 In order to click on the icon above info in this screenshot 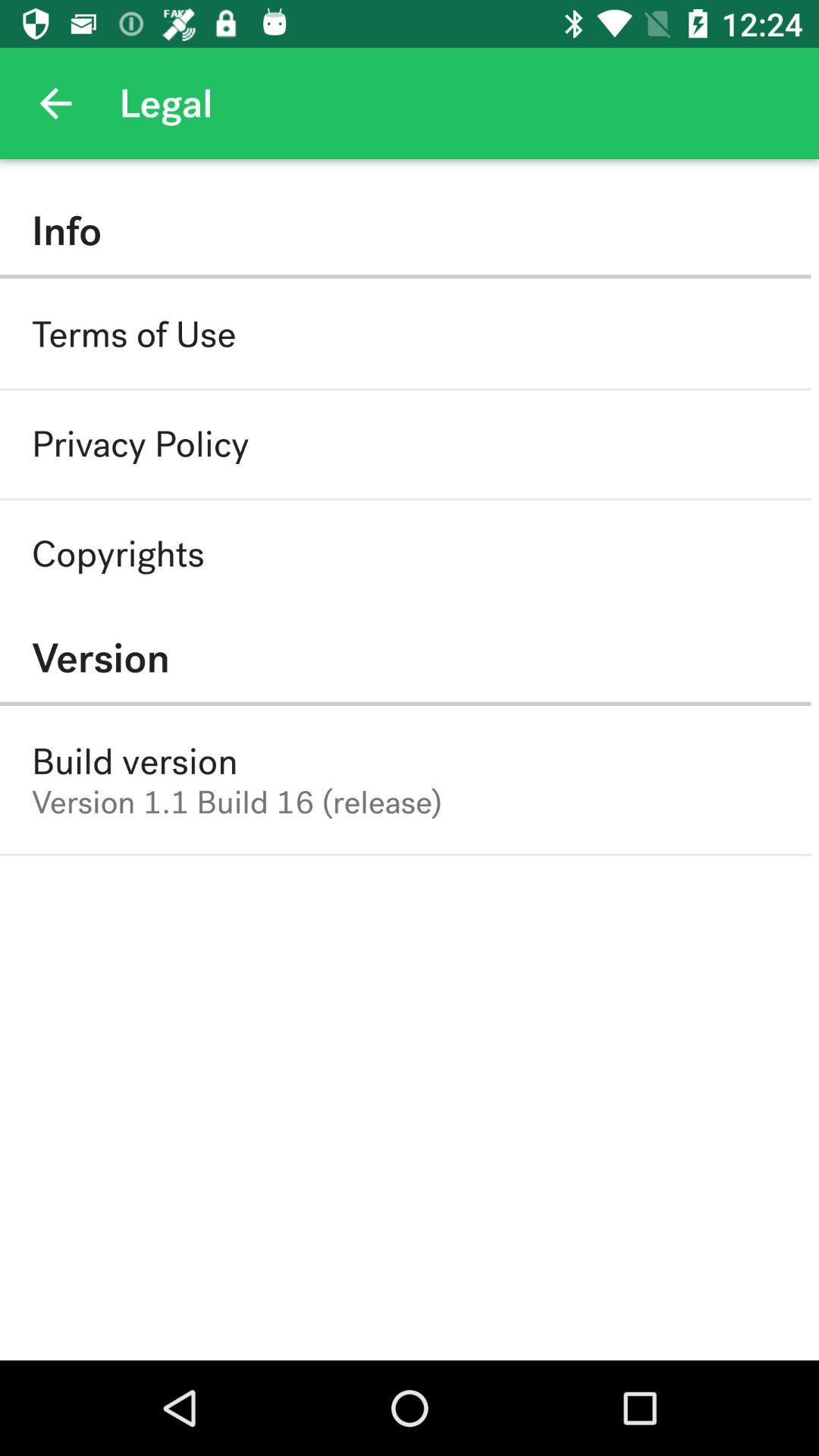, I will do `click(55, 102)`.